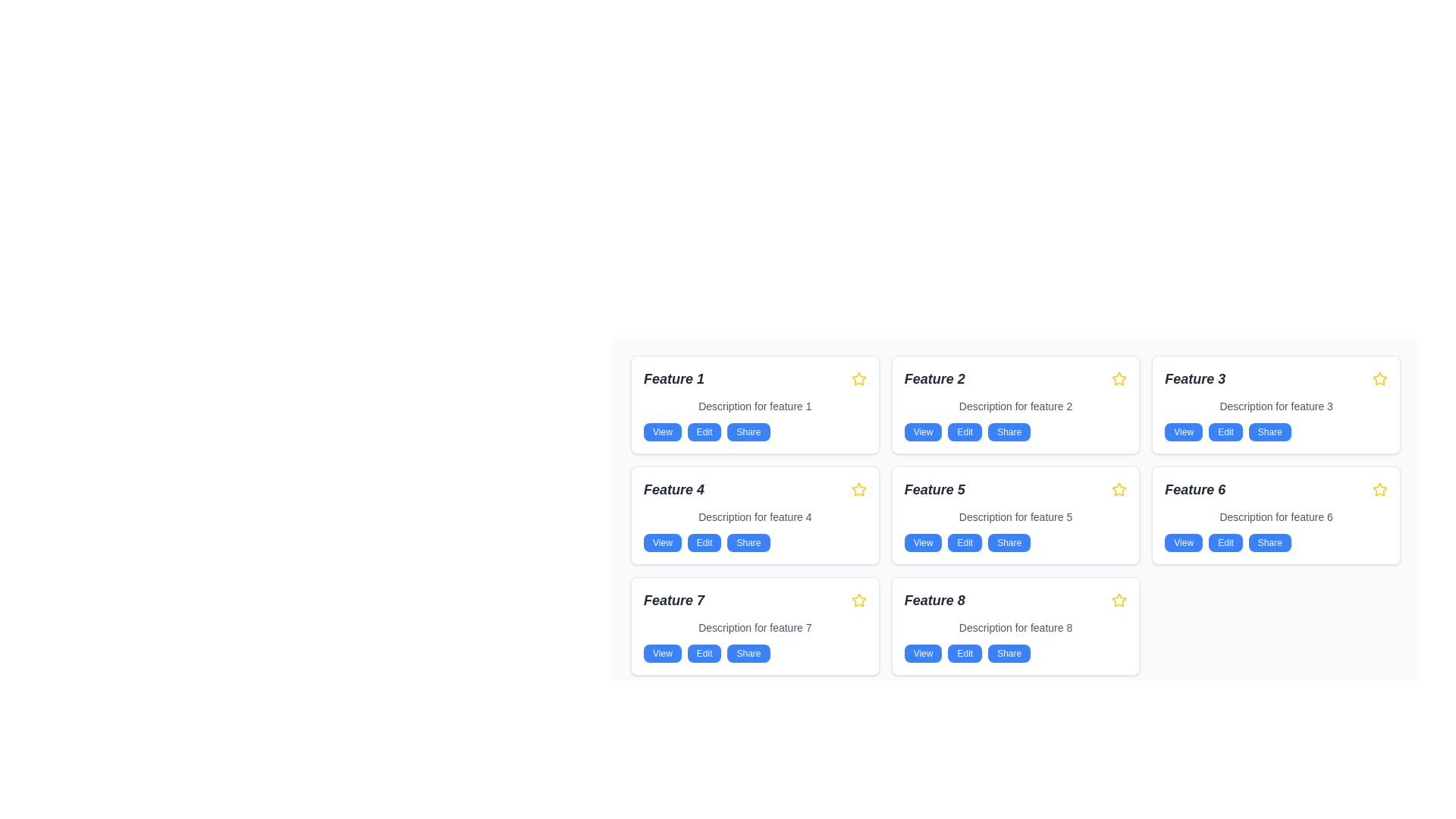 This screenshot has height=819, width=1456. Describe the element at coordinates (1379, 378) in the screenshot. I see `the star-shaped icon with a yellow border and white-filled center located in the top-right corner of the card titled 'Feature 3' in the first row, third column of the grid` at that location.